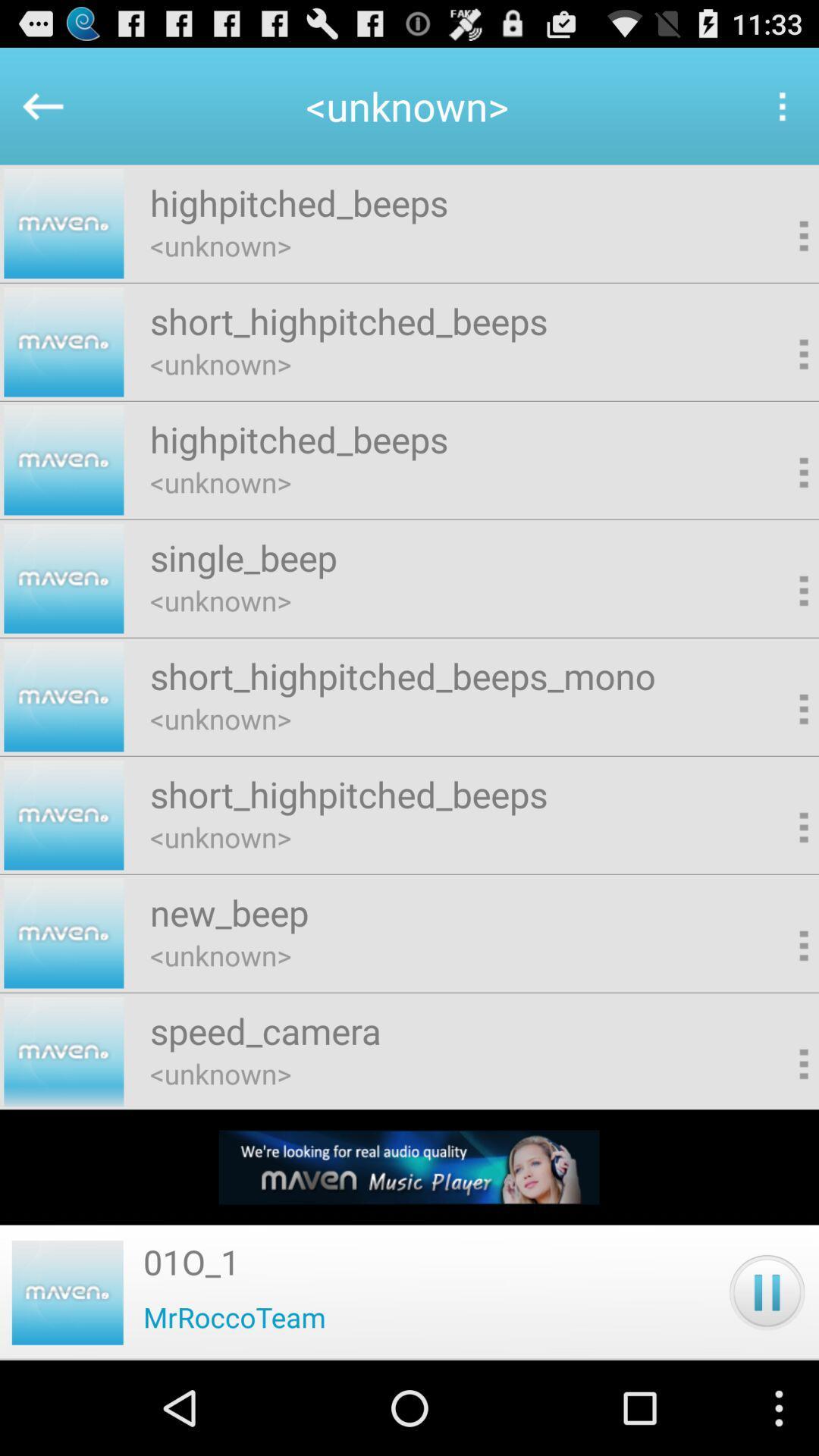  Describe the element at coordinates (779, 1140) in the screenshot. I see `the more icon` at that location.